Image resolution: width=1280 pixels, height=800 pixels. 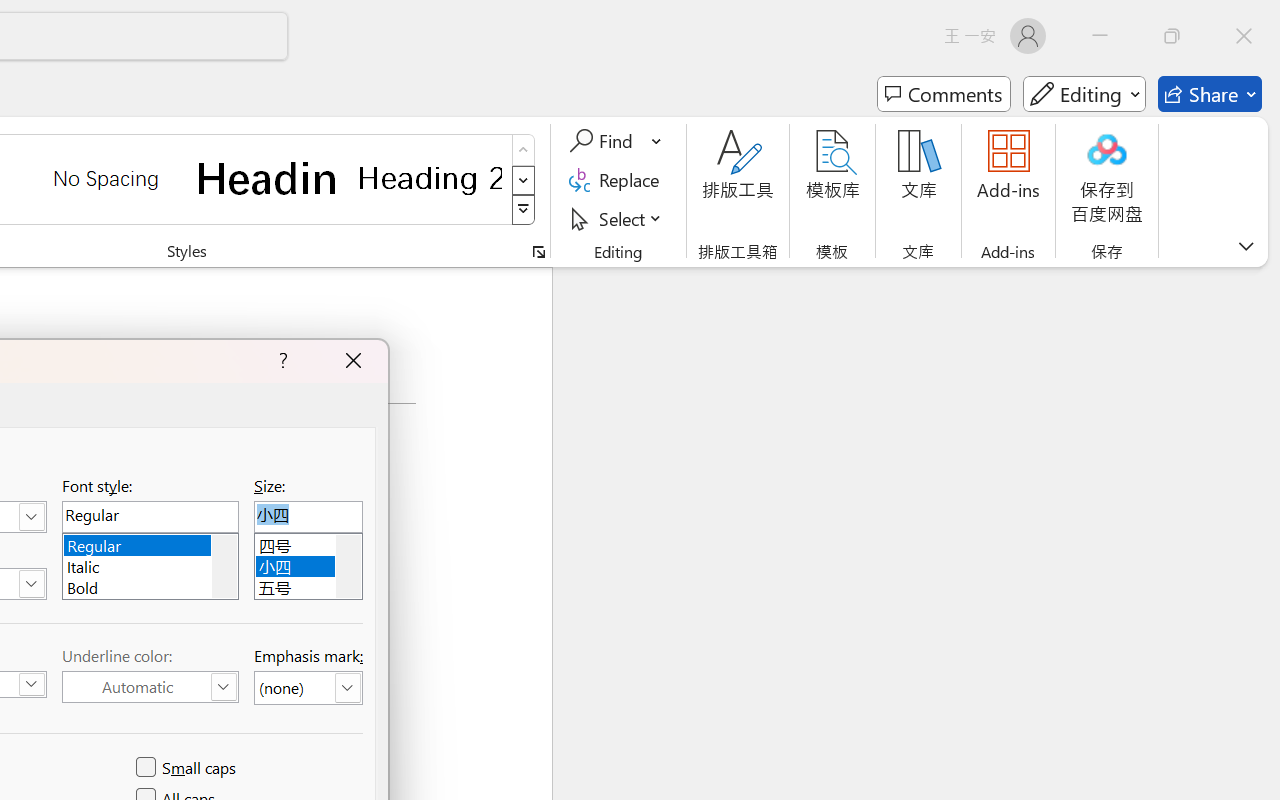 I want to click on 'Underline Color (Automatic)', so click(x=149, y=687).